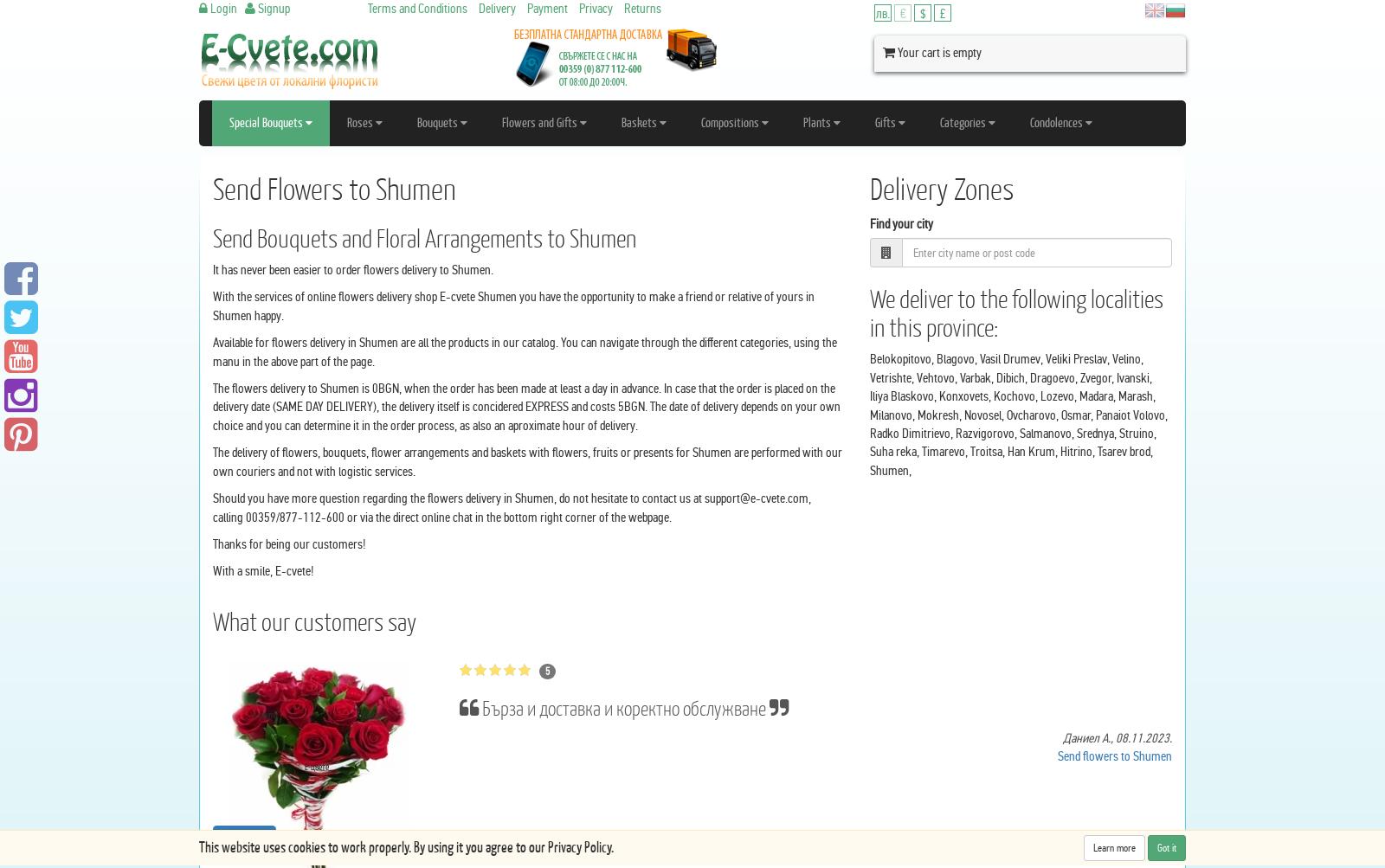 This screenshot has width=1385, height=868. Describe the element at coordinates (526, 406) in the screenshot. I see `'The flowers delivery to Shumen is 0BGN, when the order has been made at least a day in advance. In case that the order is placed on the delivery date (SAME DAY DELIVERY), the delivery itself is concidered EXPRESS and costs 5BGN. The date of delivery depends on your own choice and you can determine it in the order process, as also an aproximate hour of delivery.'` at that location.